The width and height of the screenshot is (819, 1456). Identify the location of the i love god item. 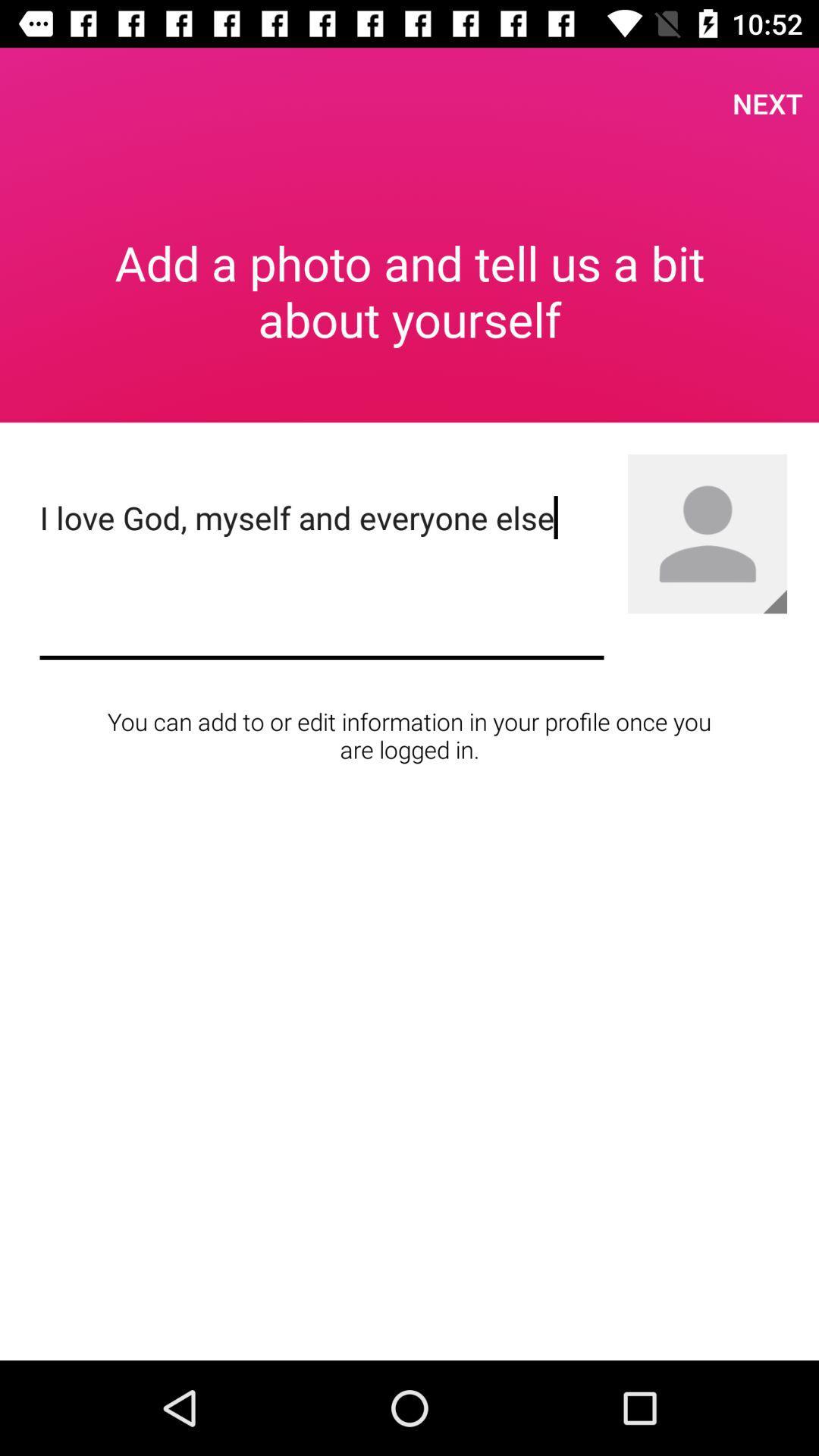
(321, 573).